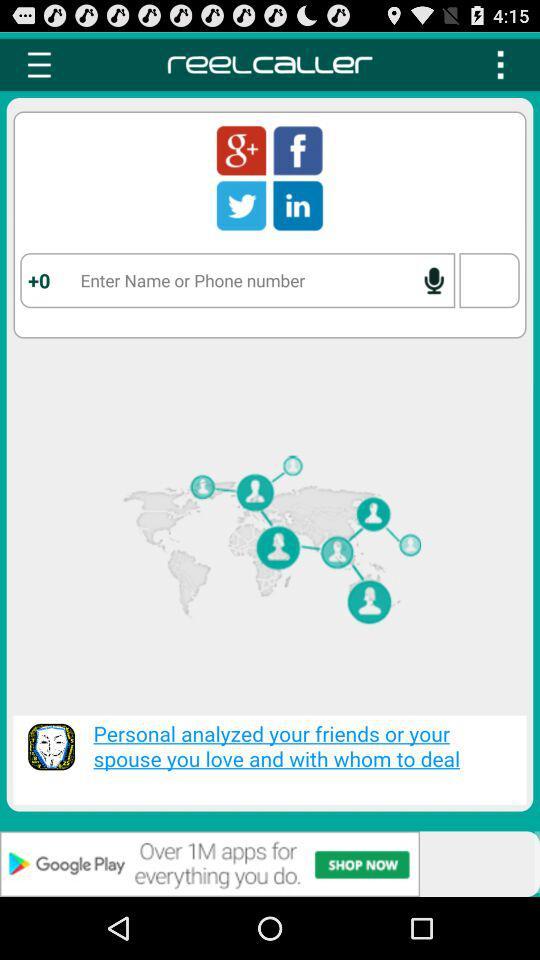 The width and height of the screenshot is (540, 960). Describe the element at coordinates (499, 64) in the screenshot. I see `the menu button` at that location.